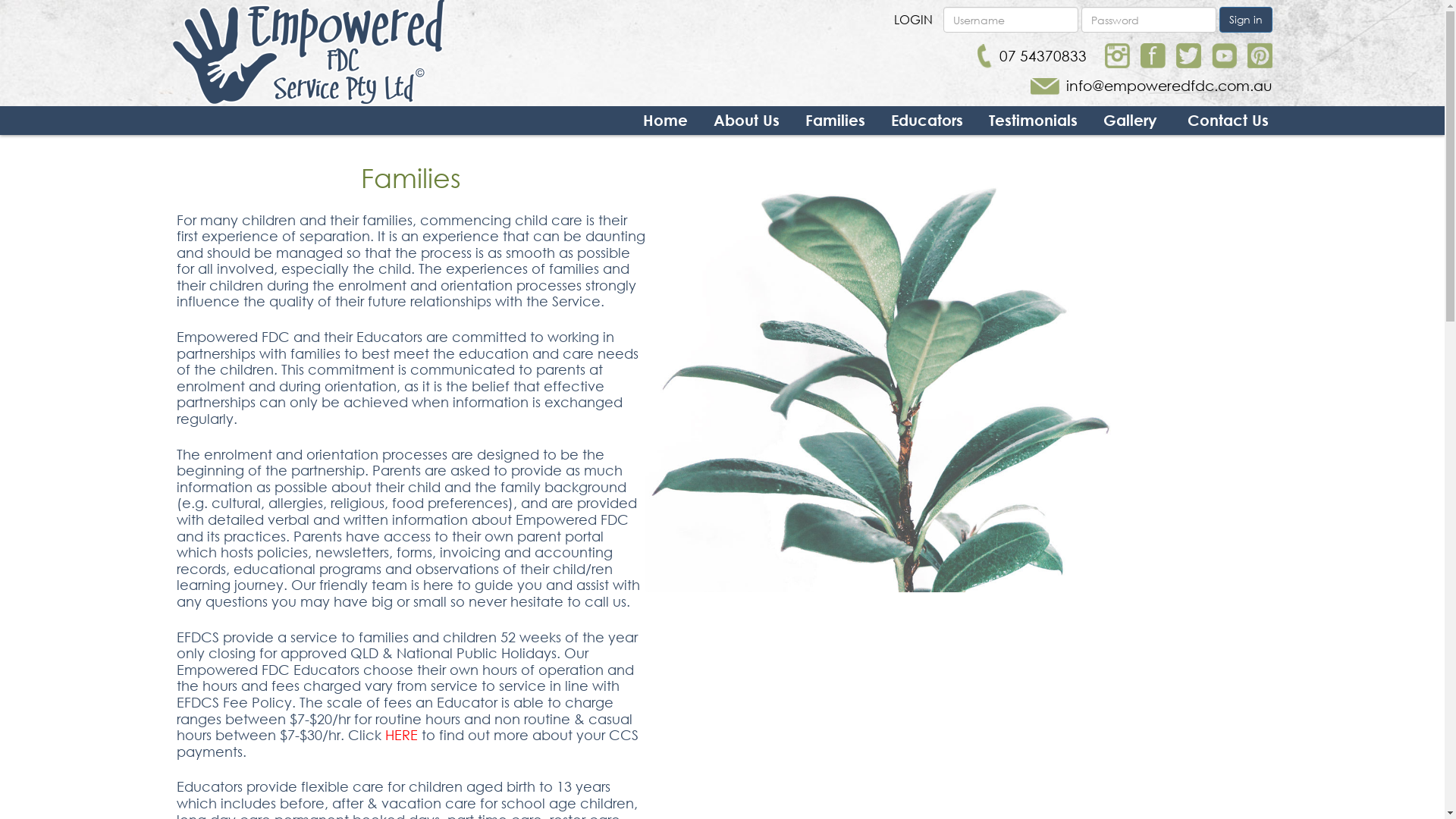 This screenshot has width=1456, height=819. I want to click on 'Sign in', so click(1245, 20).